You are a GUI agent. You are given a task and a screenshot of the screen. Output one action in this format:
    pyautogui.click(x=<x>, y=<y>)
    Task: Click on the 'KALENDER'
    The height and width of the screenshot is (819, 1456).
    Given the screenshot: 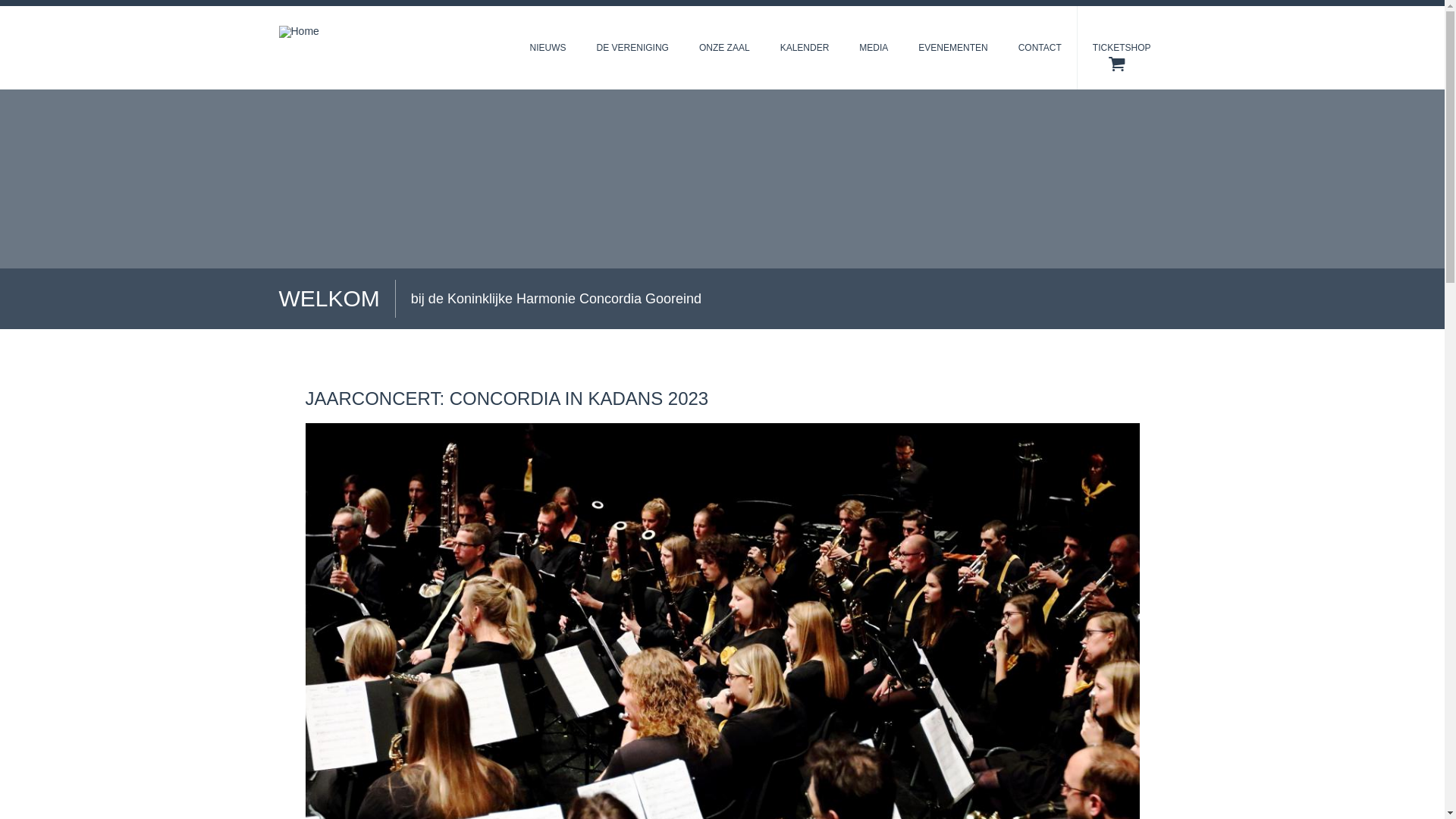 What is the action you would take?
    pyautogui.click(x=804, y=46)
    